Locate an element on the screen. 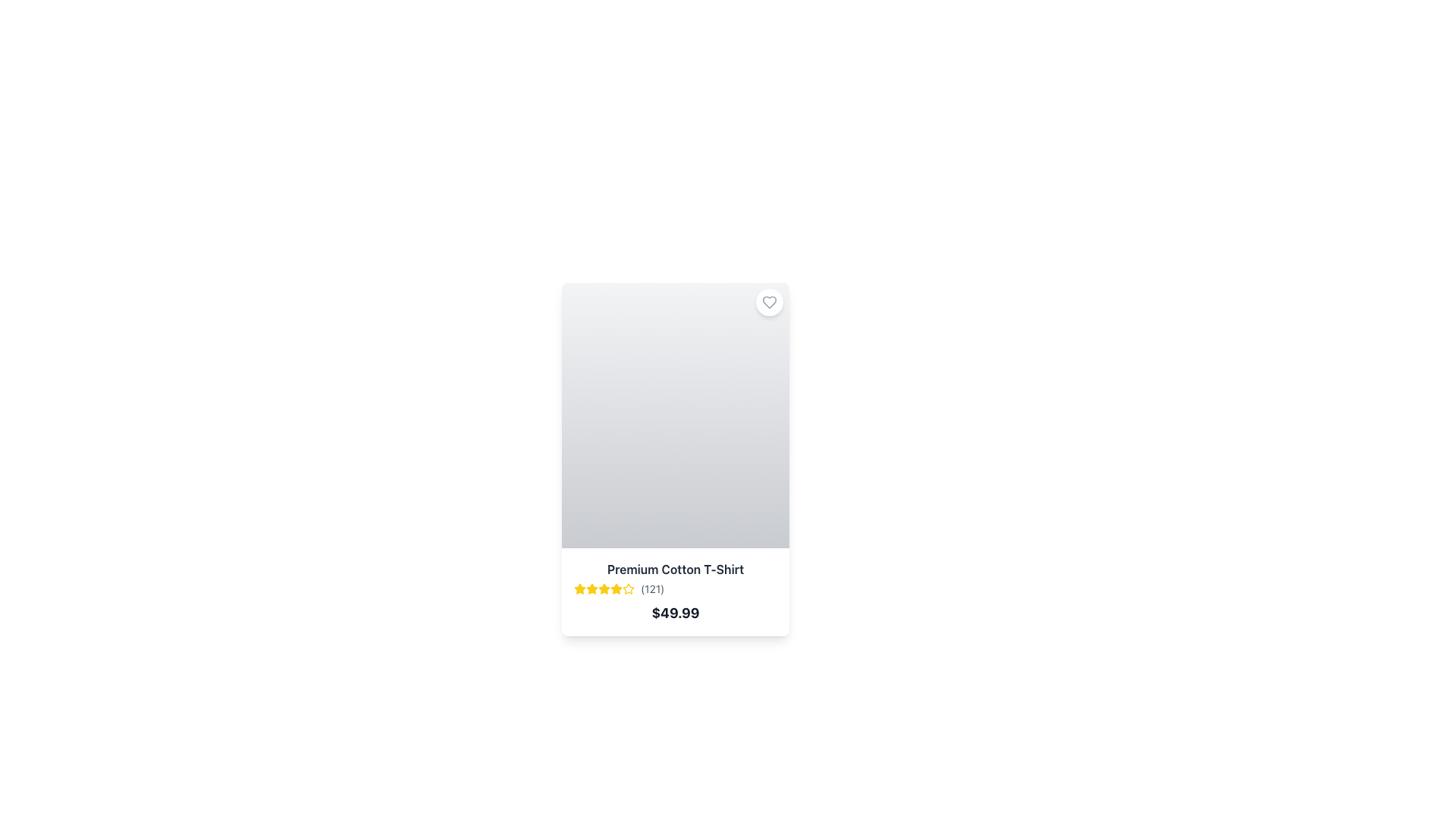 This screenshot has height=819, width=1456. the second star-shaped rating icon, which is yellow and part of a horizontal set of five stars located below the product title is located at coordinates (591, 588).